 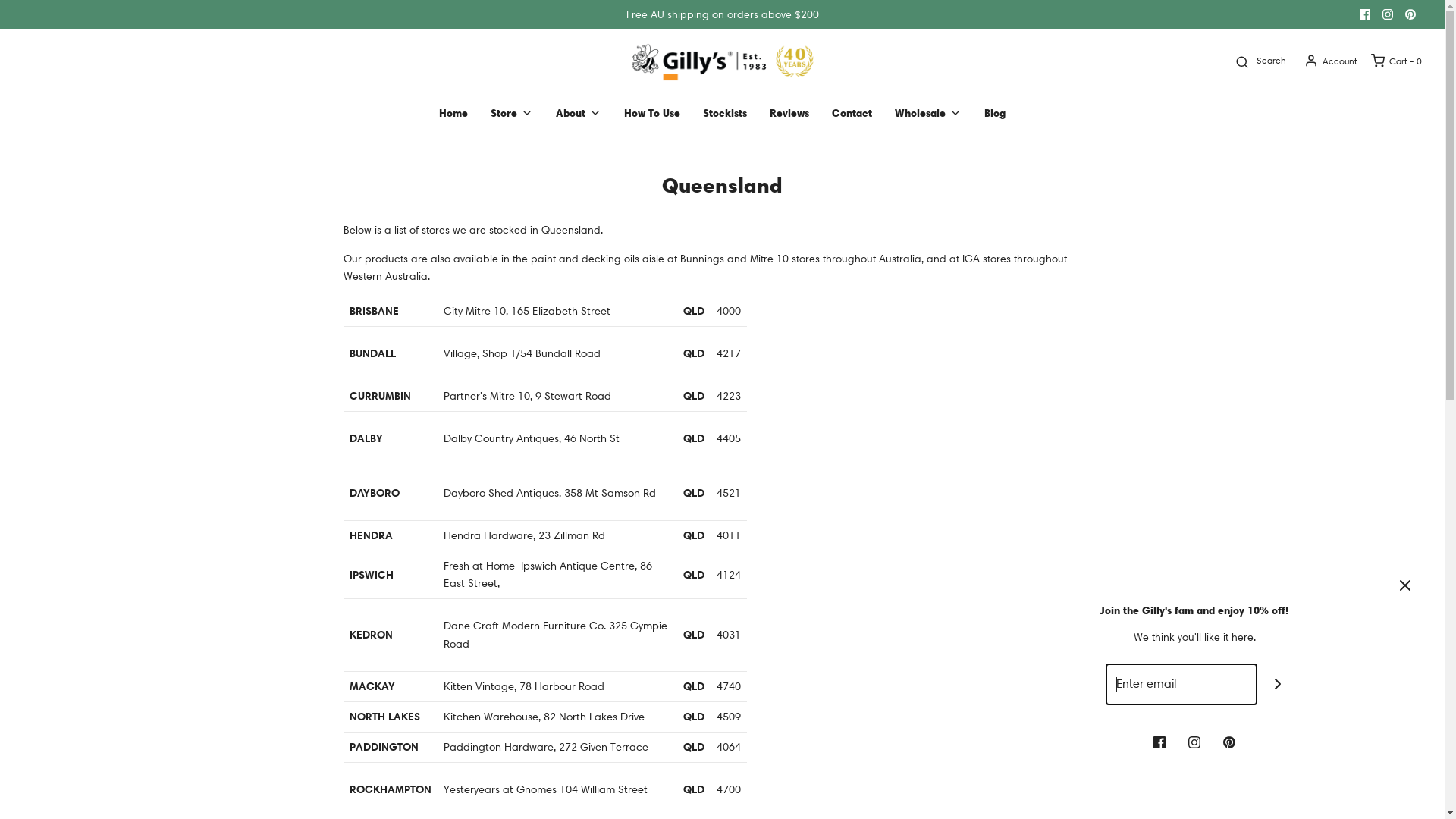 What do you see at coordinates (524, 626) in the screenshot?
I see `'Dane Craft Modern Furniture Co.'` at bounding box center [524, 626].